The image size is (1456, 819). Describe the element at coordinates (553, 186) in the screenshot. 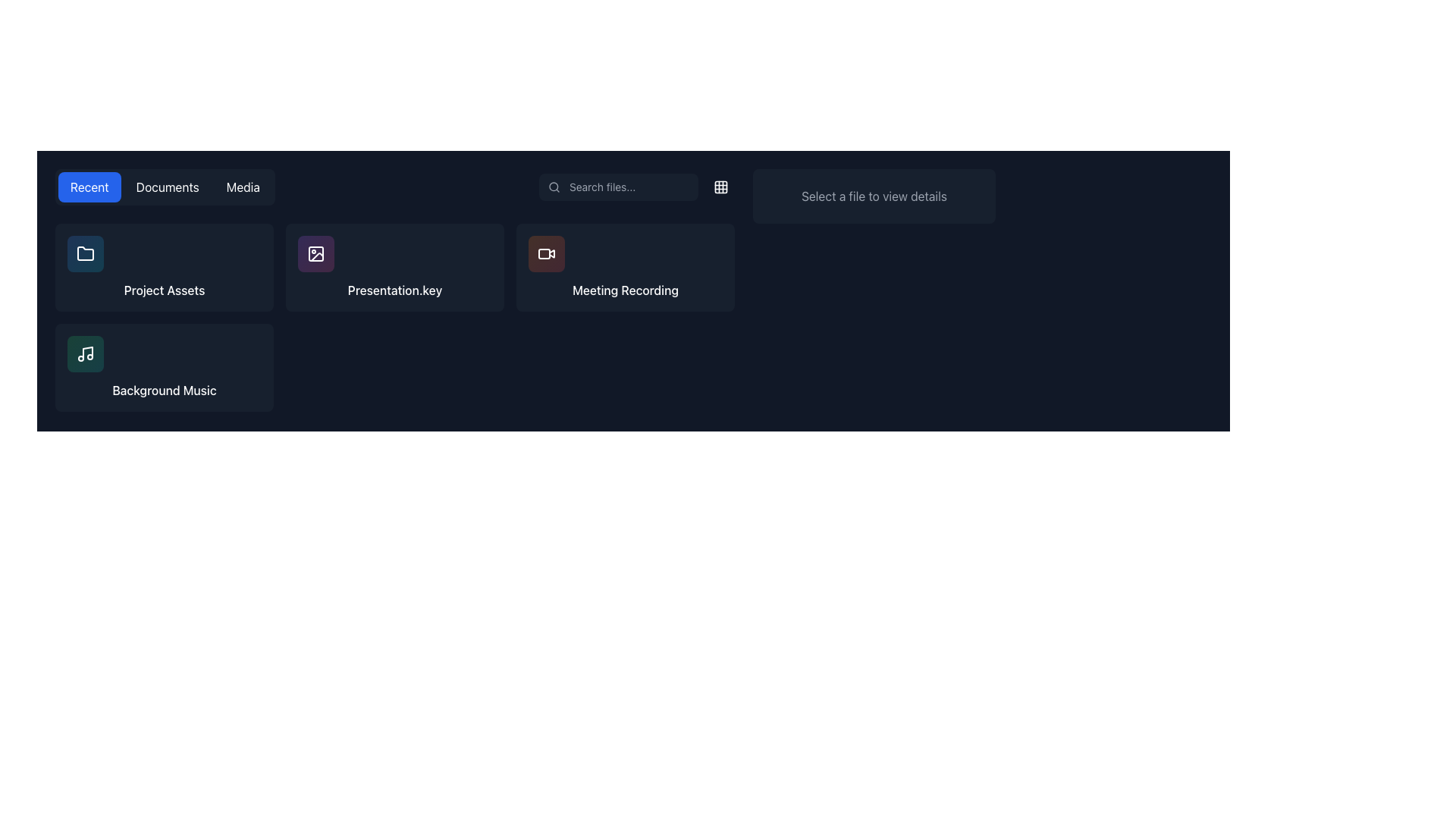

I see `the search icon located within the search input field on the left side, indicating search functionality` at that location.